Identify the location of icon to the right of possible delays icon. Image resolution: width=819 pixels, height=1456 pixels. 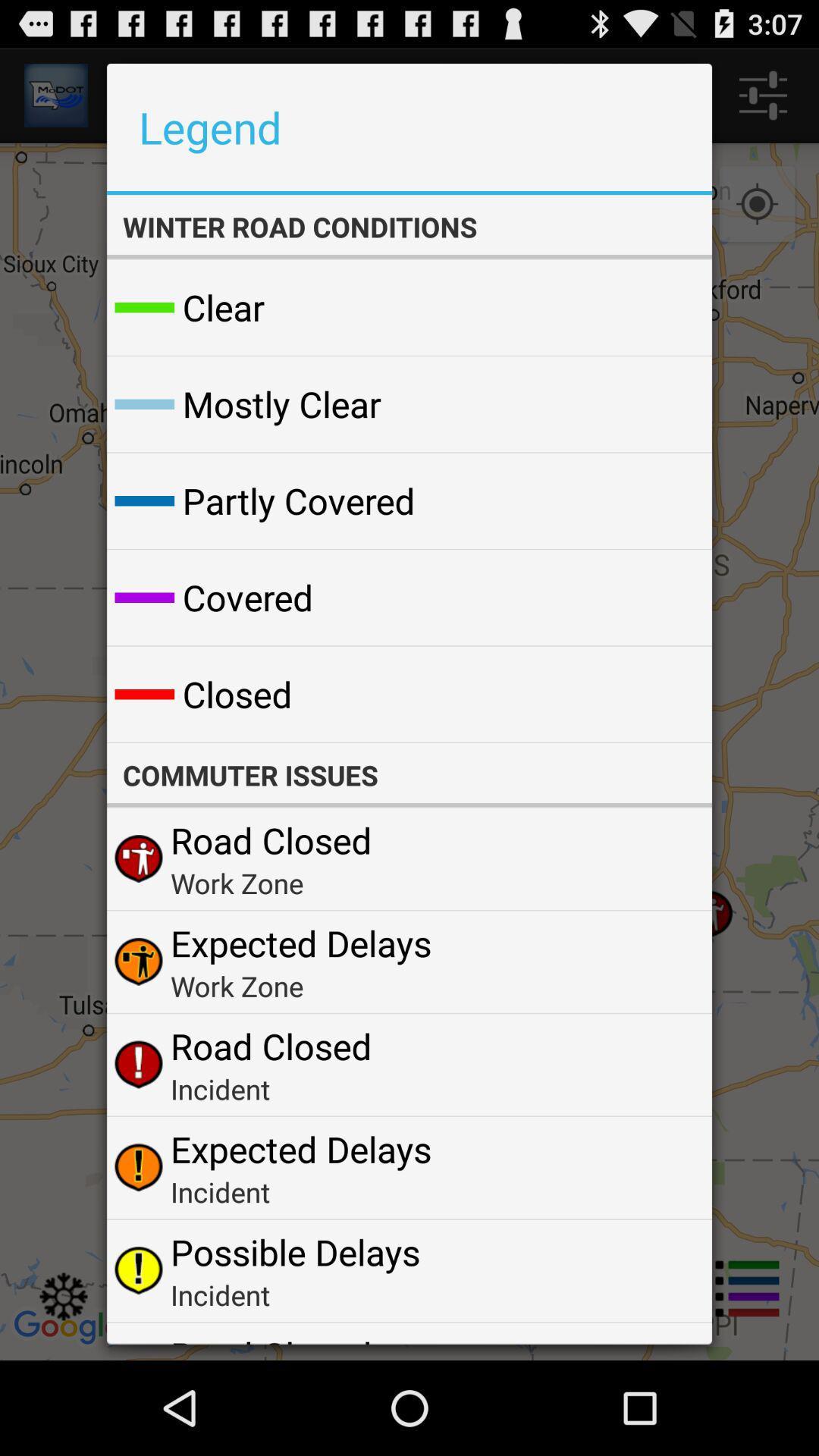
(663, 1270).